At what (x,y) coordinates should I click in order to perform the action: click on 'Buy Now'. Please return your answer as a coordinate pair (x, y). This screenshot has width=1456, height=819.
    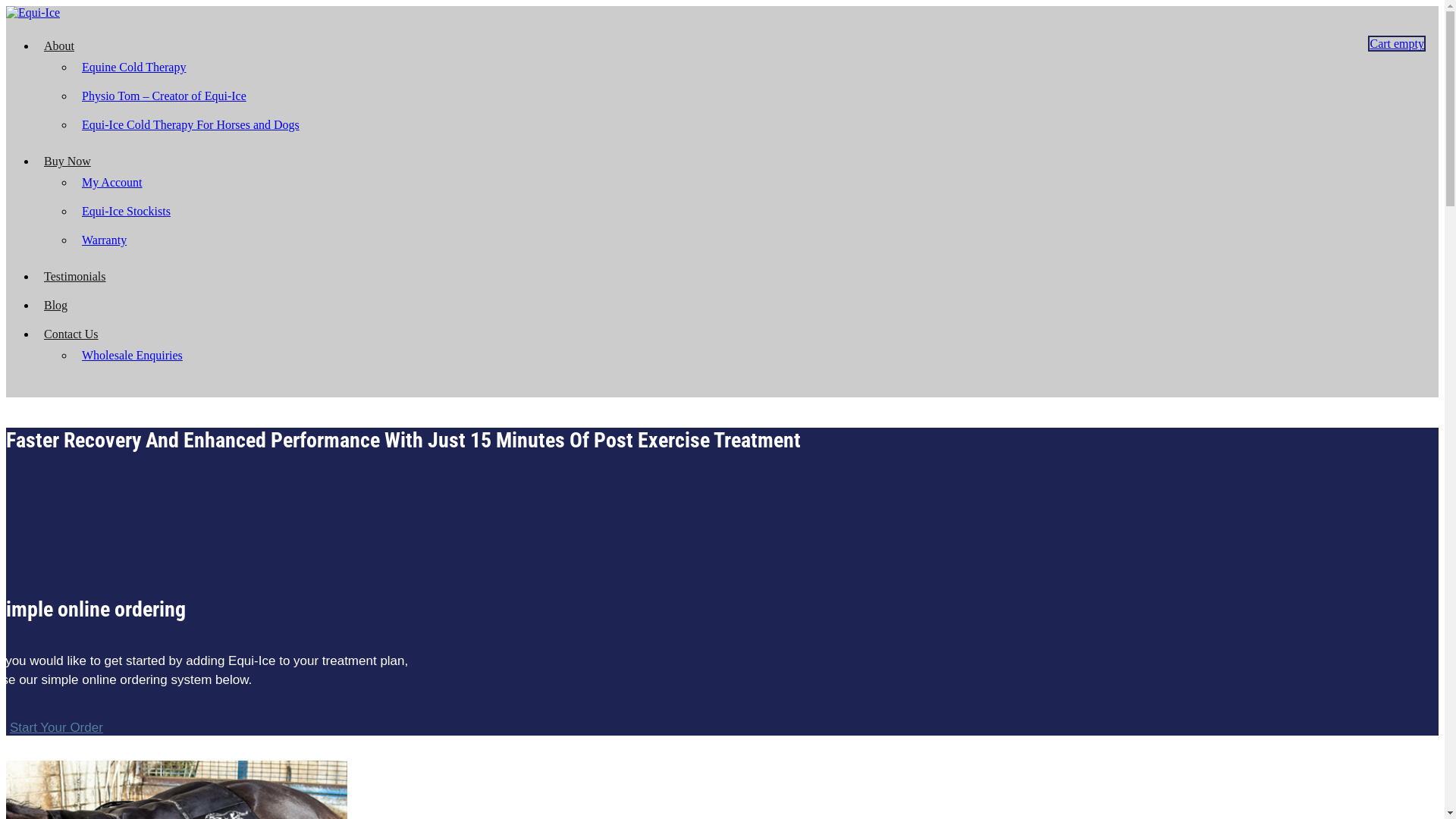
    Looking at the image, I should click on (67, 161).